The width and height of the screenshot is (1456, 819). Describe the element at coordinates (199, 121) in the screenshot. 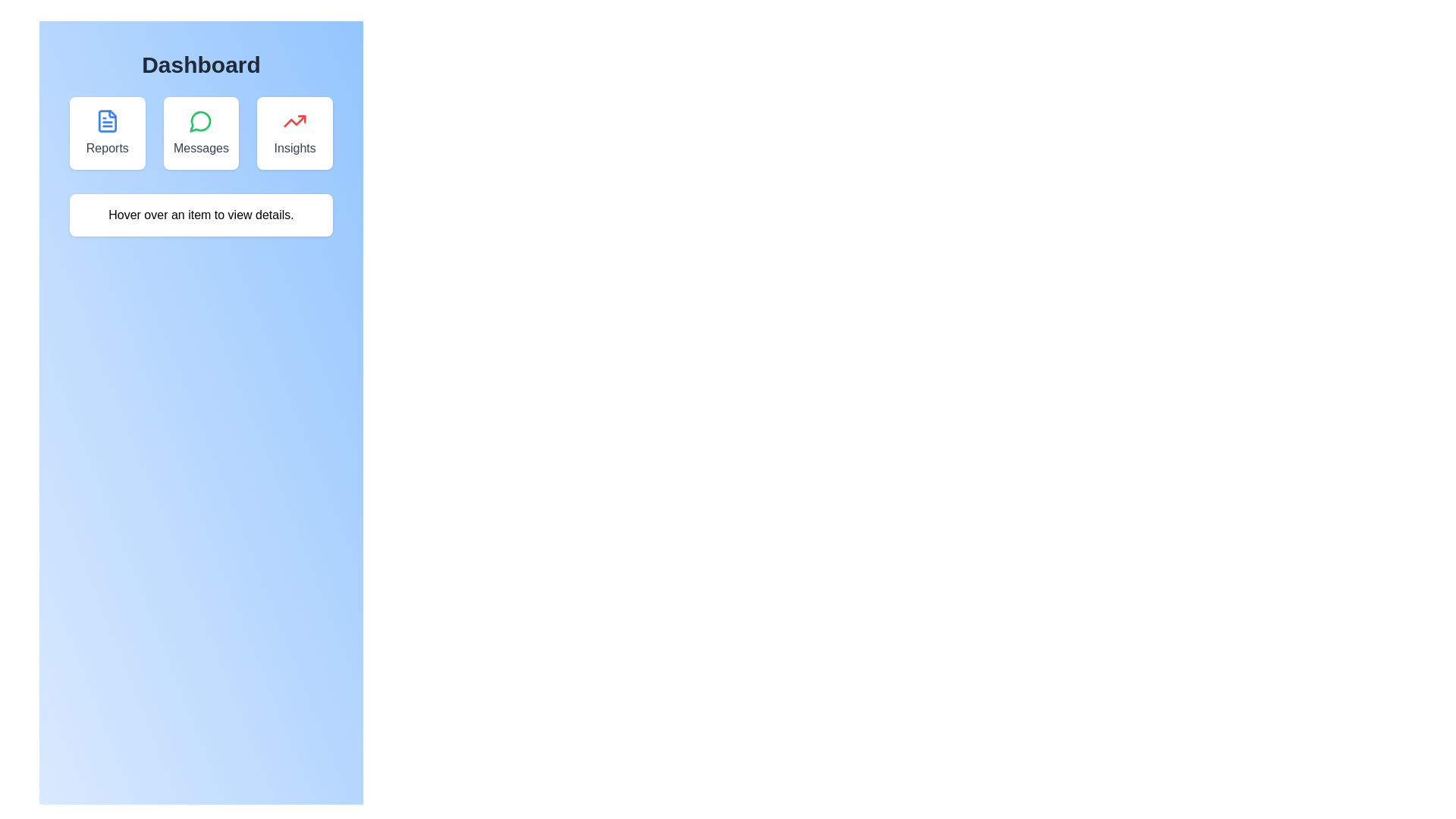

I see `the circular icon within the green-bordered speech bubble that represents 'Messages' in the dashboard section` at that location.